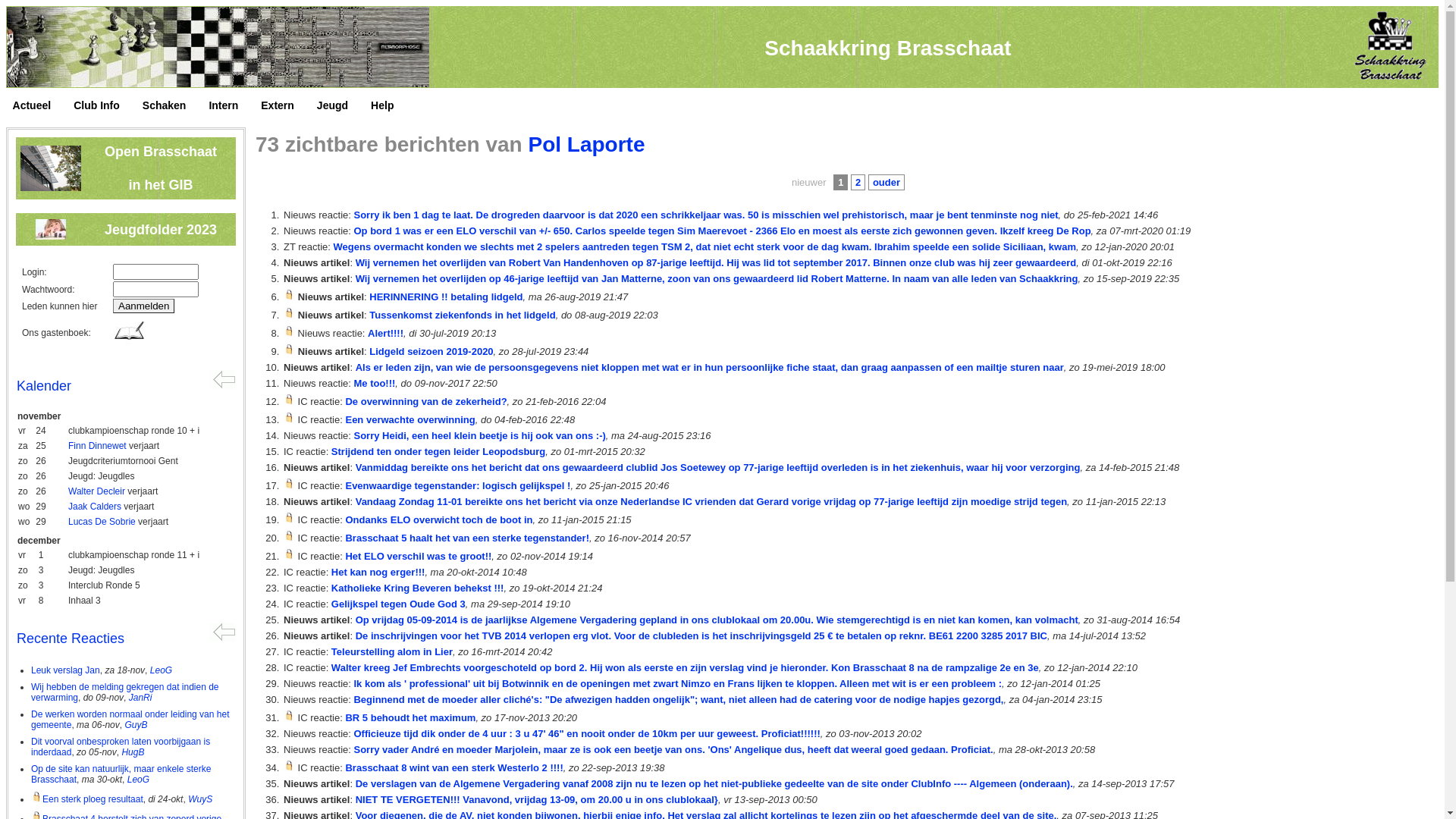 Image resolution: width=1456 pixels, height=819 pixels. I want to click on 'Extern', so click(284, 105).